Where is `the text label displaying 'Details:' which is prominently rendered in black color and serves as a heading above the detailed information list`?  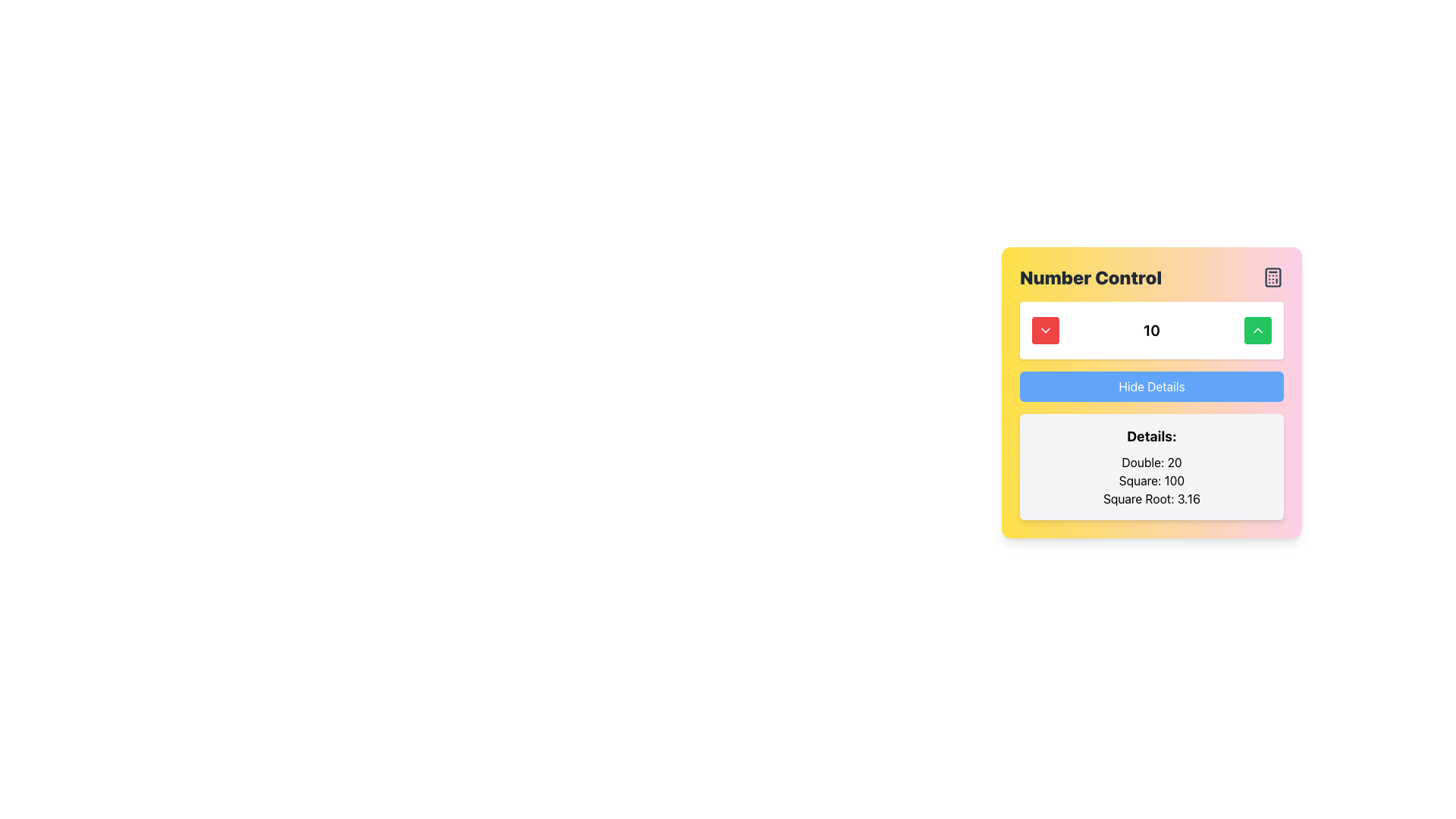 the text label displaying 'Details:' which is prominently rendered in black color and serves as a heading above the detailed information list is located at coordinates (1151, 436).